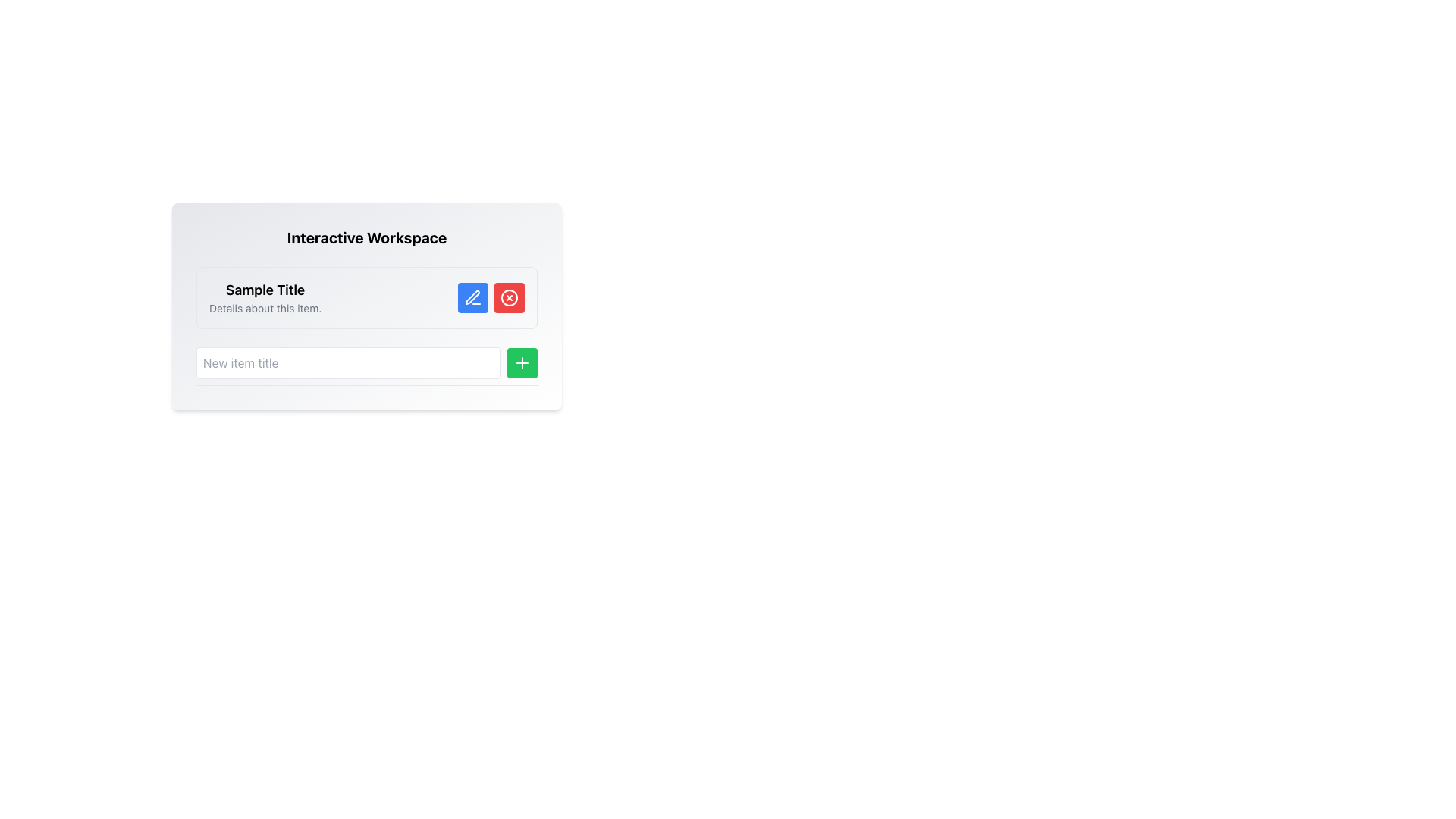 The width and height of the screenshot is (1456, 819). I want to click on the blue square button with a white pen icon located at the top-right of the panel under the header 'Interactive Workspace', so click(472, 298).